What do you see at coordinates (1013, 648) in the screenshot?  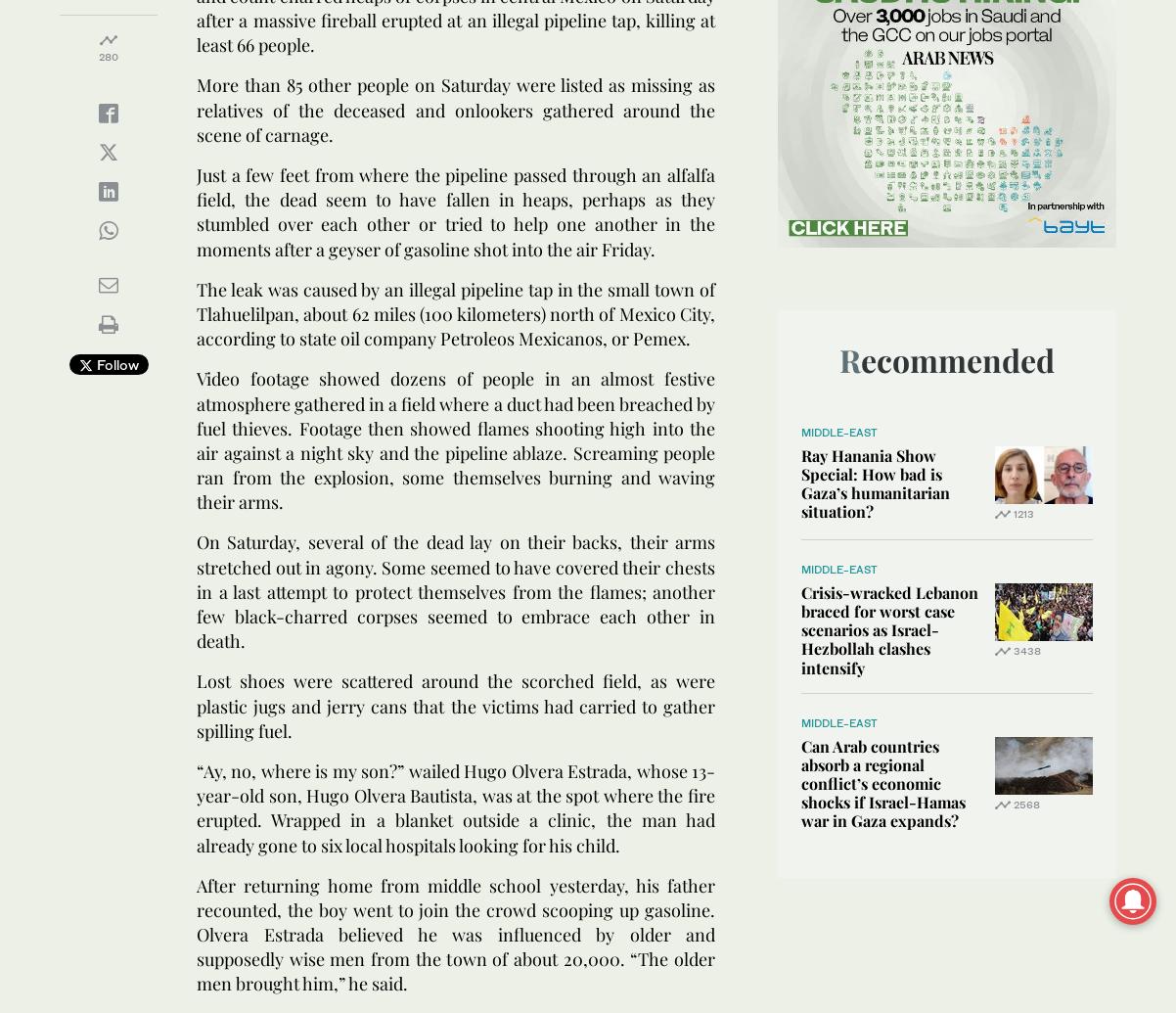 I see `'3438'` at bounding box center [1013, 648].